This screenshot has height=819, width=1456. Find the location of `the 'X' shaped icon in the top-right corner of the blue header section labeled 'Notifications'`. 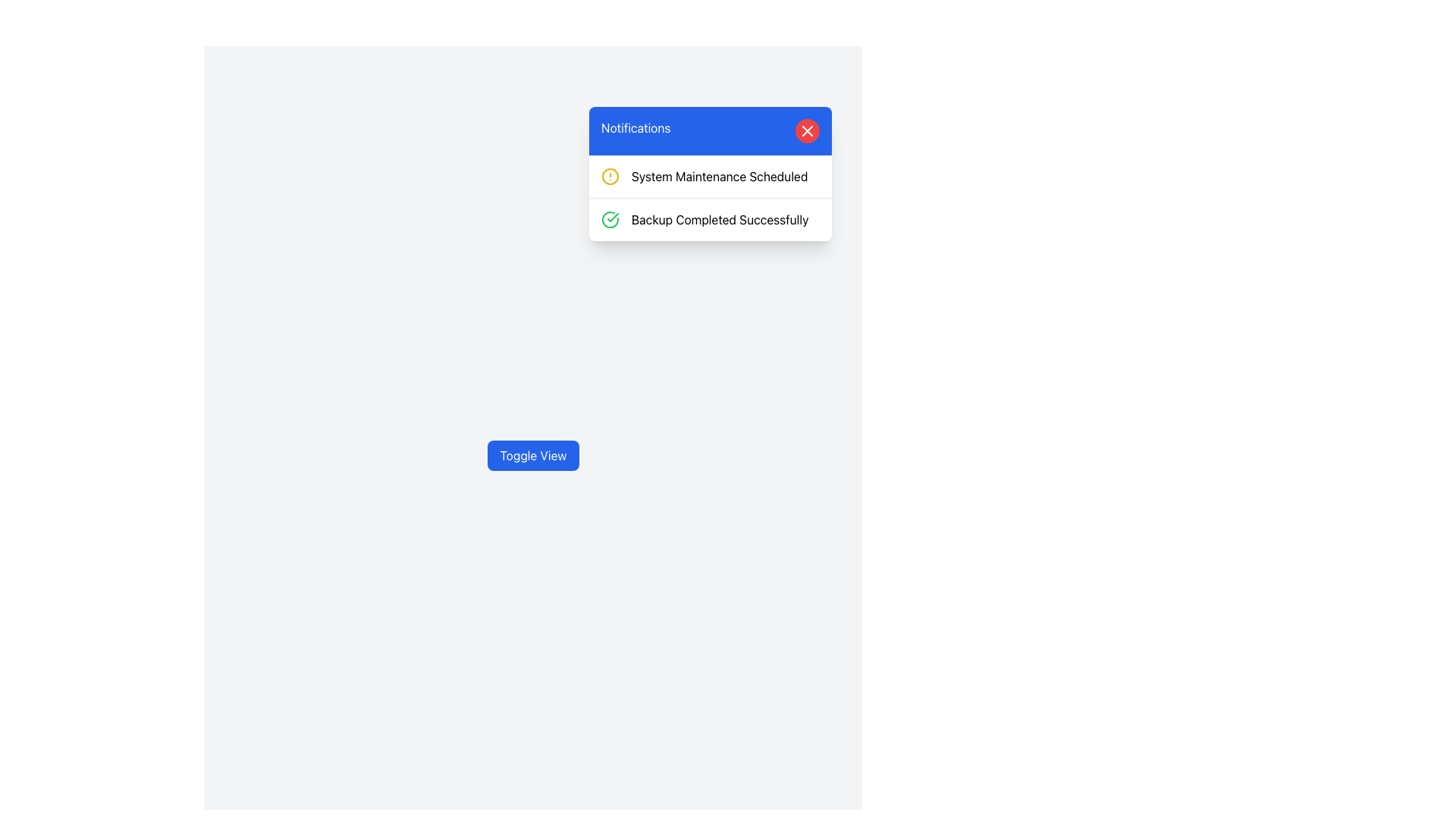

the 'X' shaped icon in the top-right corner of the blue header section labeled 'Notifications' is located at coordinates (807, 130).